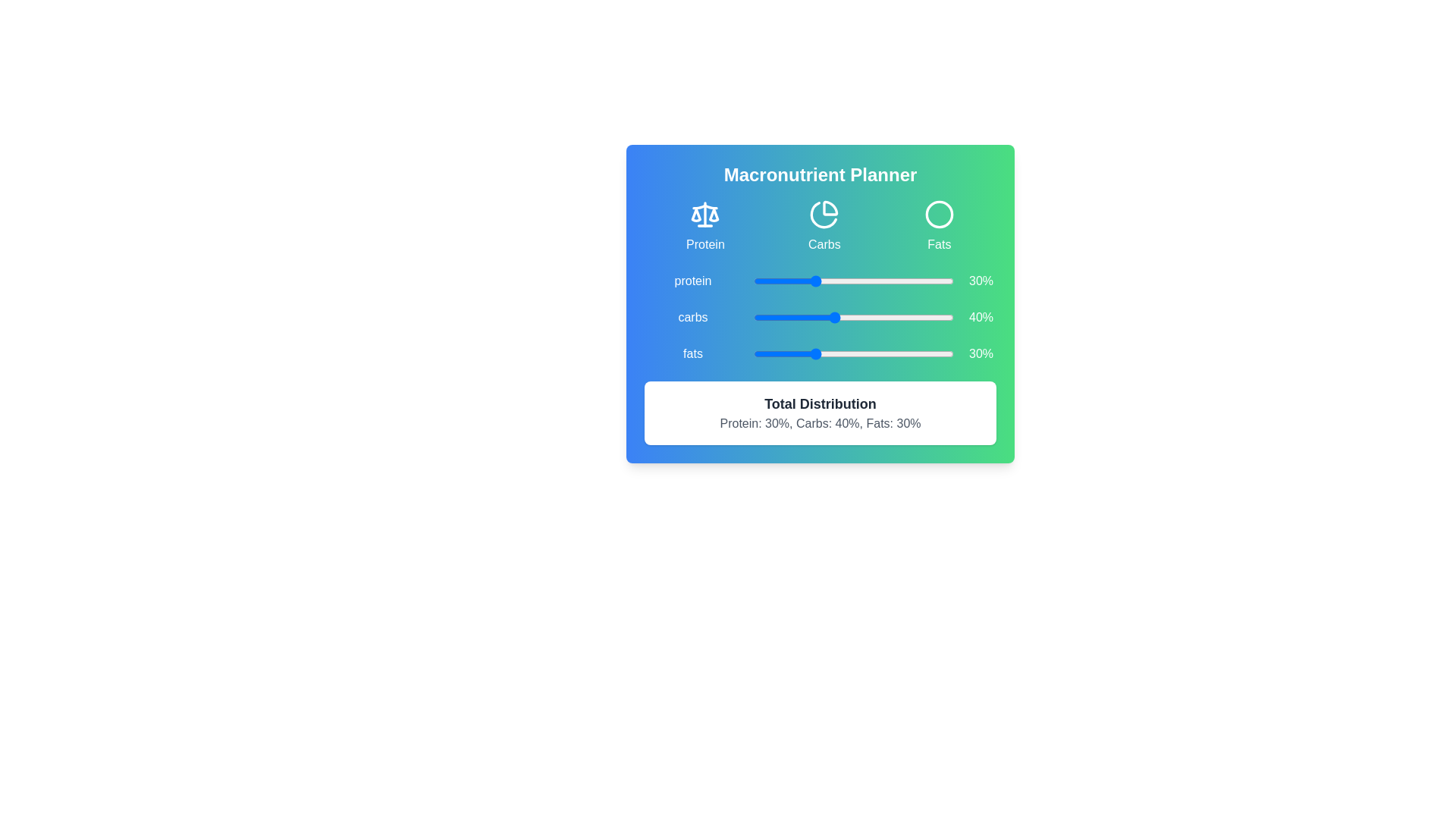  Describe the element at coordinates (868, 281) in the screenshot. I see `the protein percentage` at that location.